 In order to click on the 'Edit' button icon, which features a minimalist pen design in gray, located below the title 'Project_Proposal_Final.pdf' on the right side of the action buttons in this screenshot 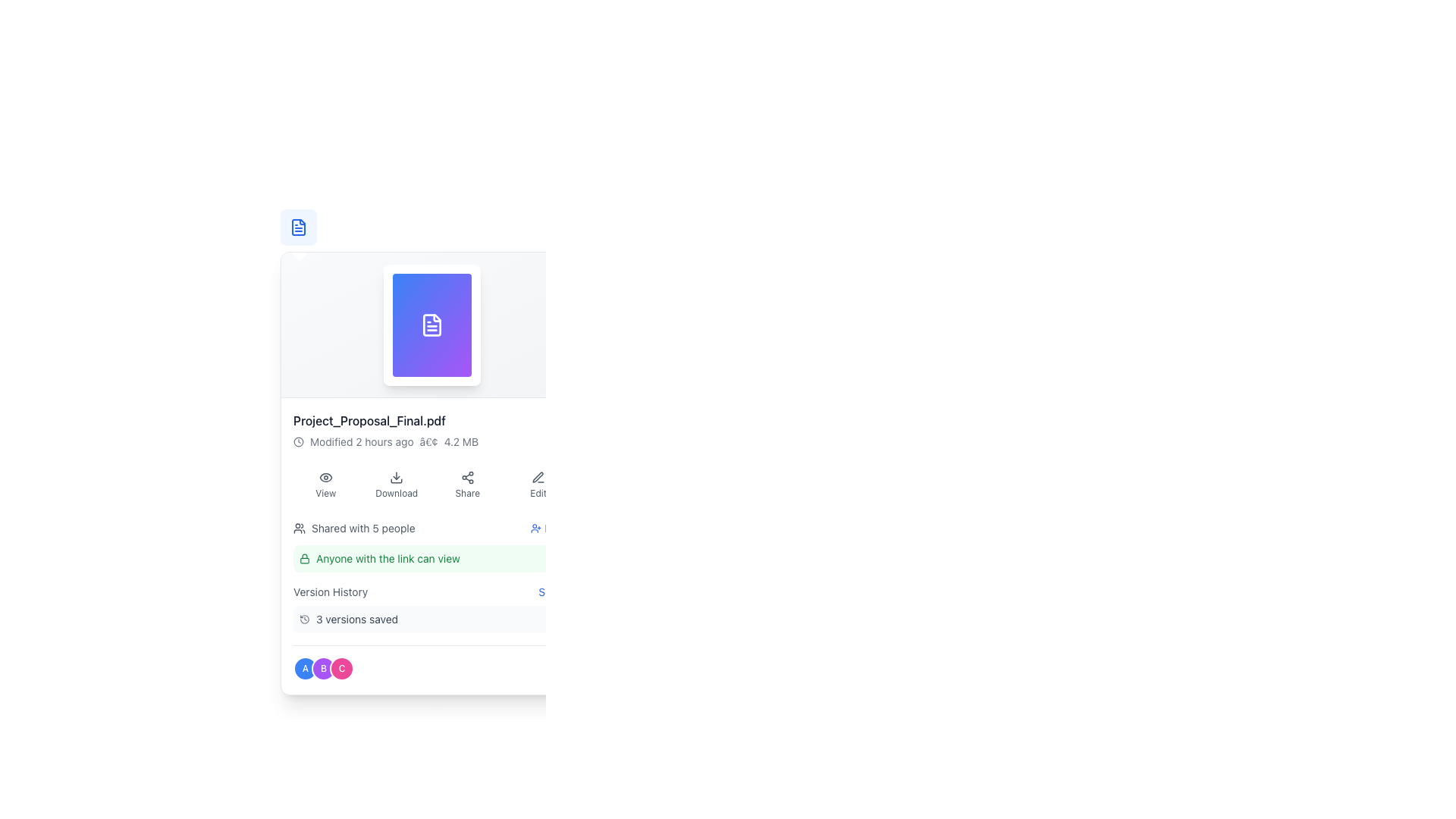, I will do `click(538, 476)`.